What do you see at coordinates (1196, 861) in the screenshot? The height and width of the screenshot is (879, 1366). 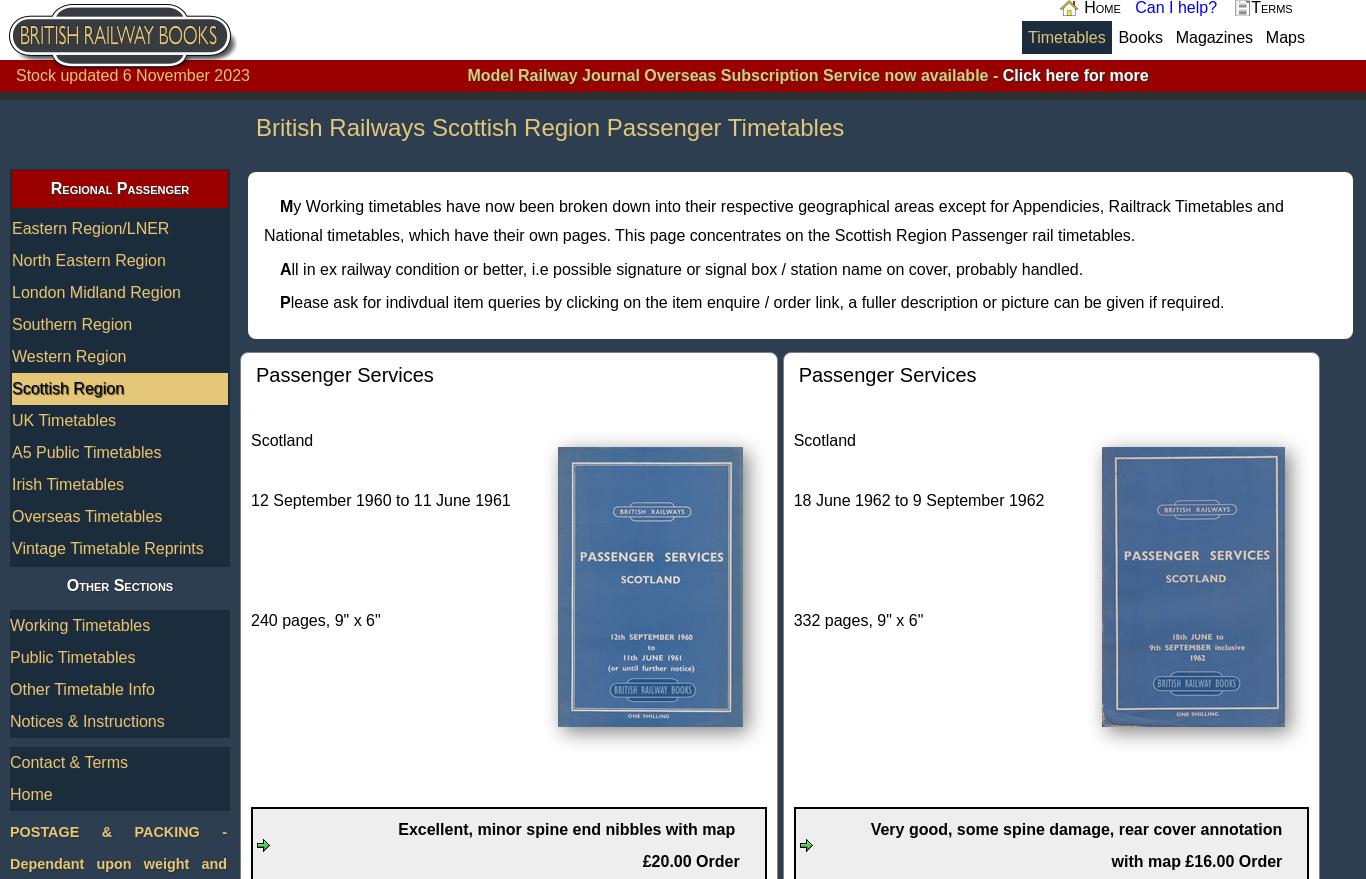 I see `'with map £16.00 Order'` at bounding box center [1196, 861].